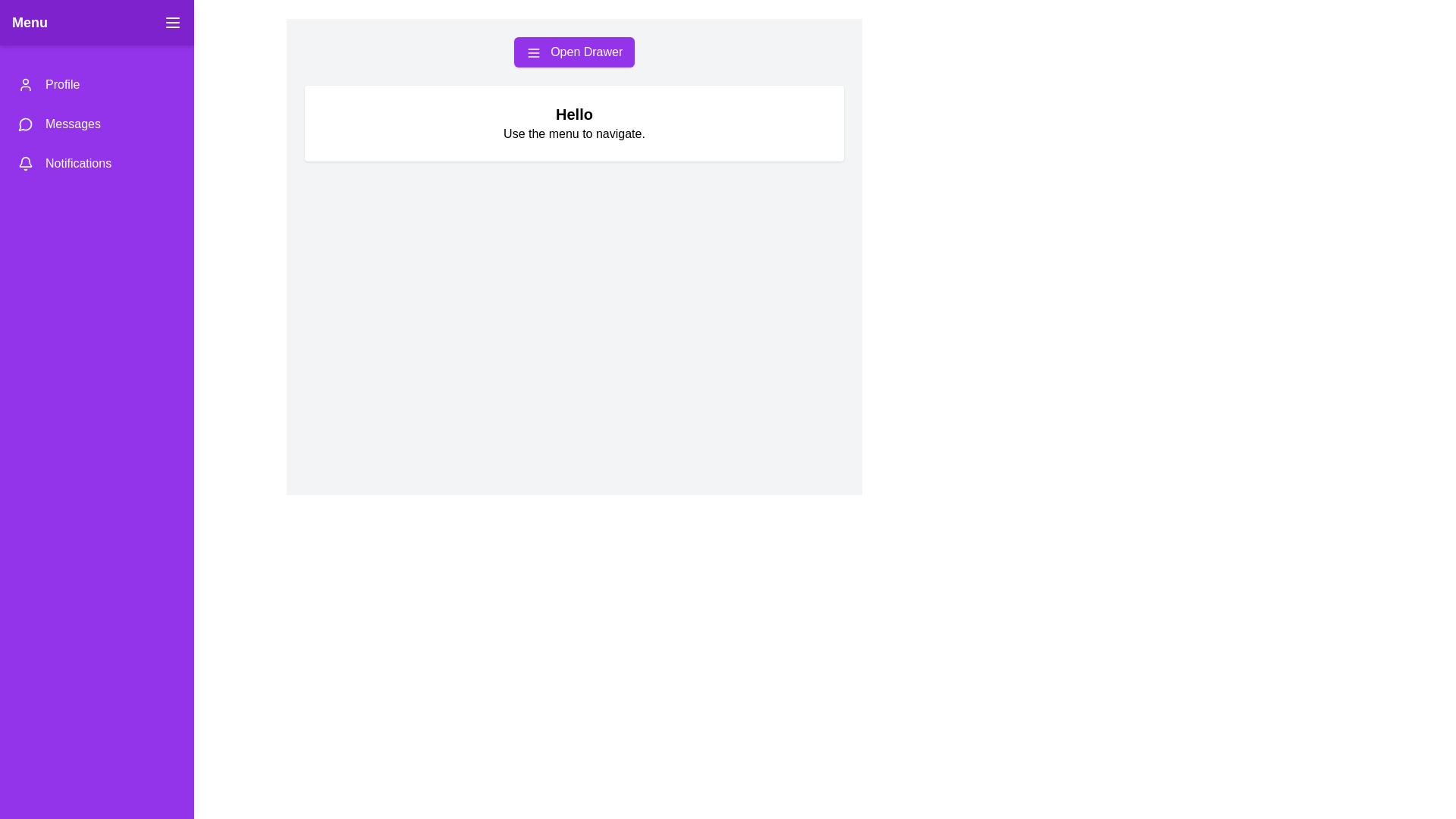 The height and width of the screenshot is (819, 1456). What do you see at coordinates (25, 161) in the screenshot?
I see `the notification icon` at bounding box center [25, 161].